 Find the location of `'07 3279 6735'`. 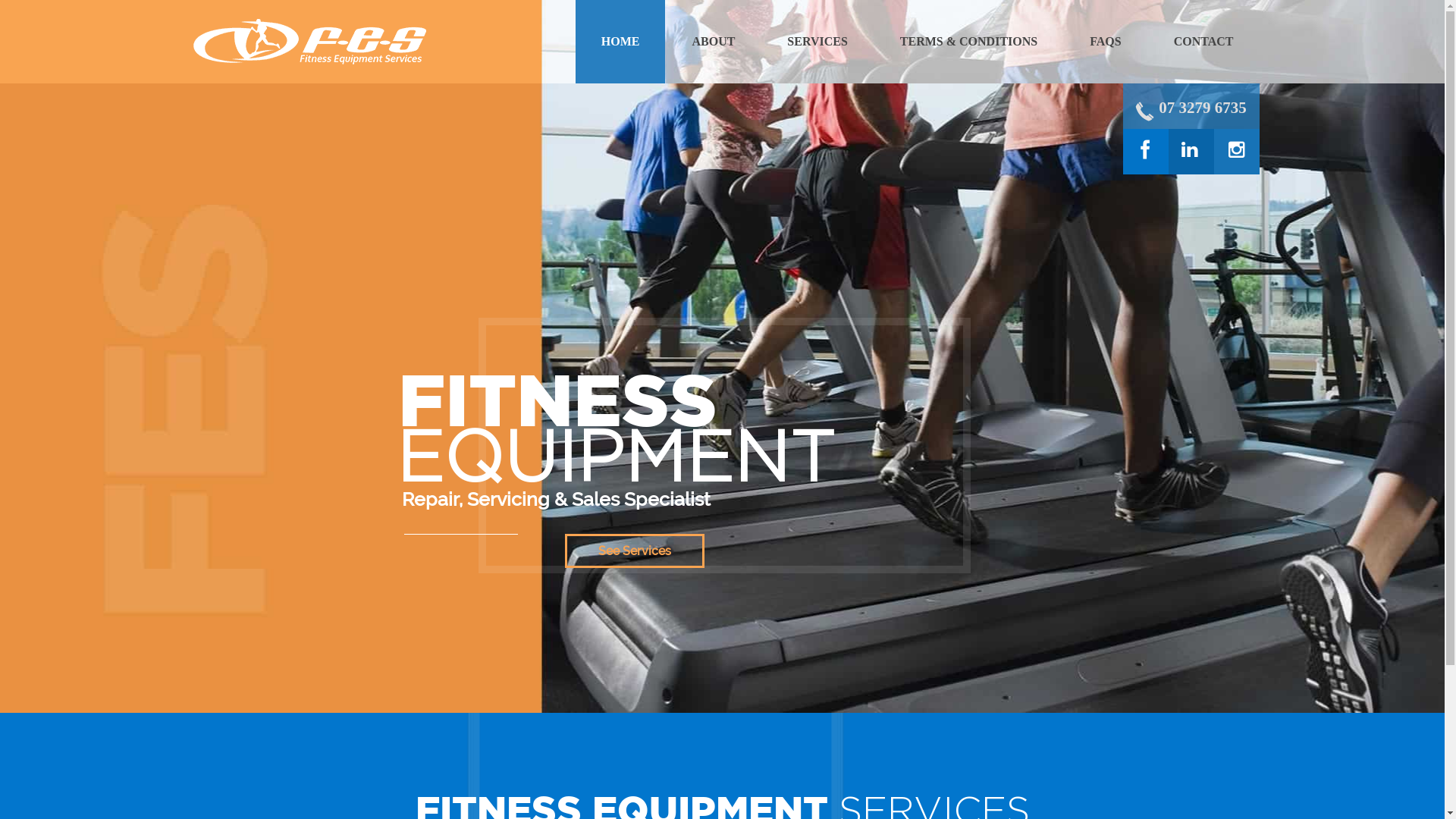

'07 3279 6735' is located at coordinates (1201, 107).